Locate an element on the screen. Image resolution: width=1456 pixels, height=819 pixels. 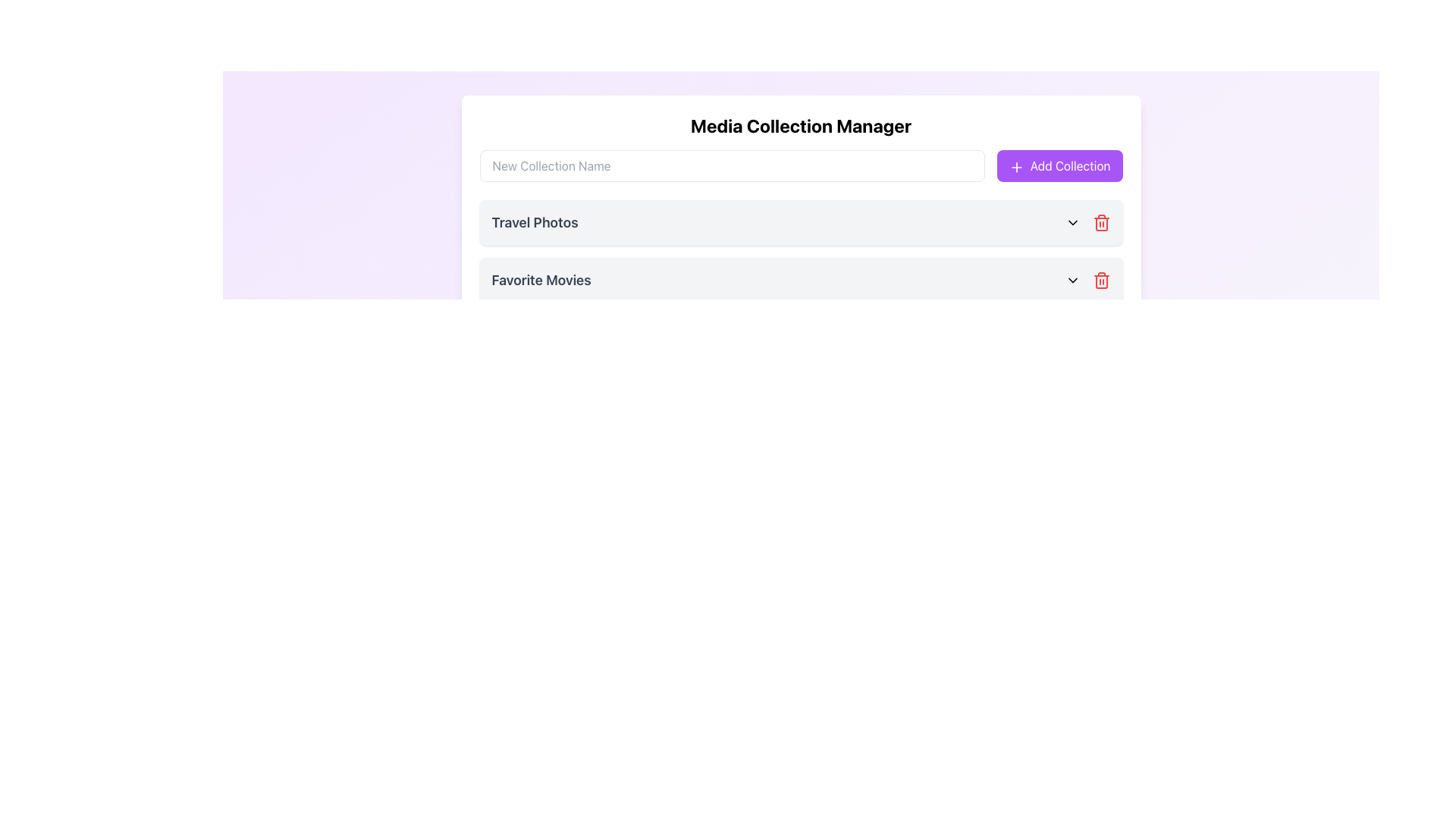
the button containing the add collection icon, which is styled in purple with white text and located at the top-right area of the interface is located at coordinates (1016, 167).